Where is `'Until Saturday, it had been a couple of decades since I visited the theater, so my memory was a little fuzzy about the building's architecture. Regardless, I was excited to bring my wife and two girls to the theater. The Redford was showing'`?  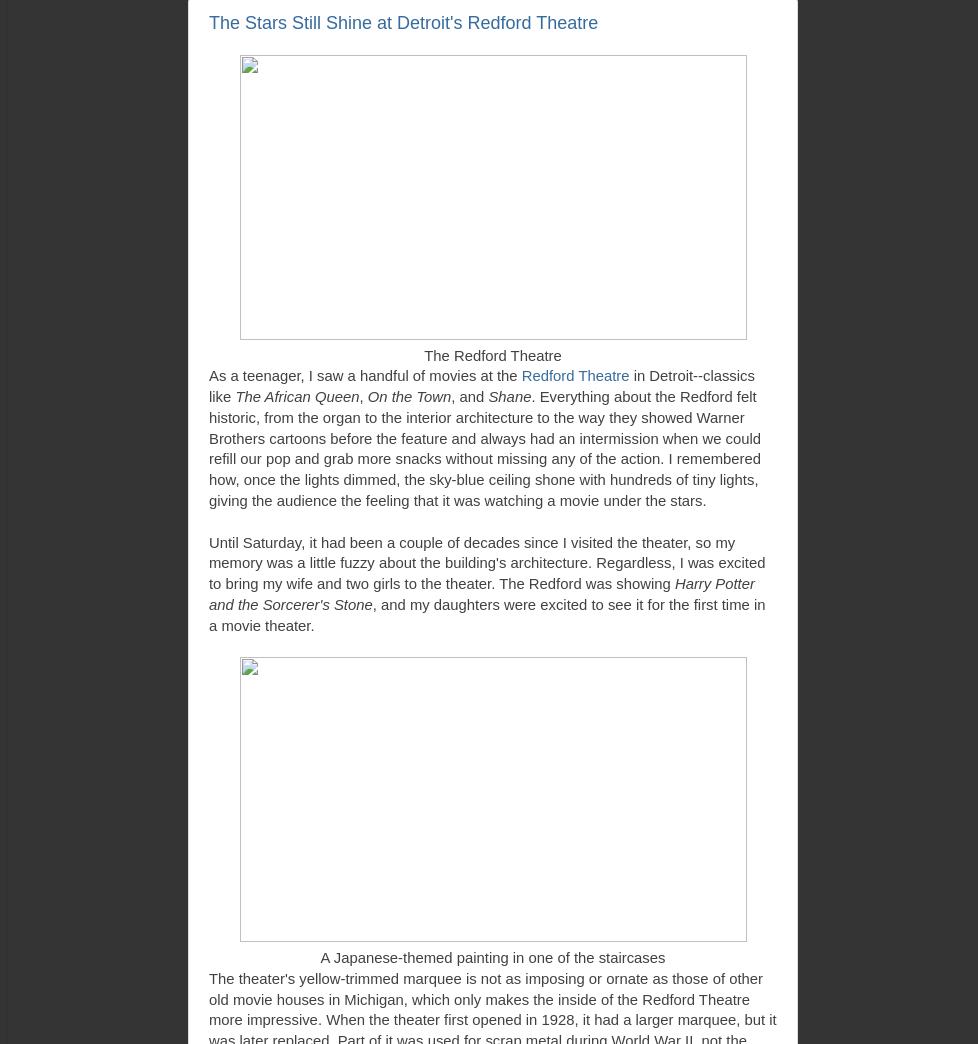 'Until Saturday, it had been a couple of decades since I visited the theater, so my memory was a little fuzzy about the building's architecture. Regardless, I was excited to bring my wife and two girls to the theater. The Redford was showing' is located at coordinates (486, 562).